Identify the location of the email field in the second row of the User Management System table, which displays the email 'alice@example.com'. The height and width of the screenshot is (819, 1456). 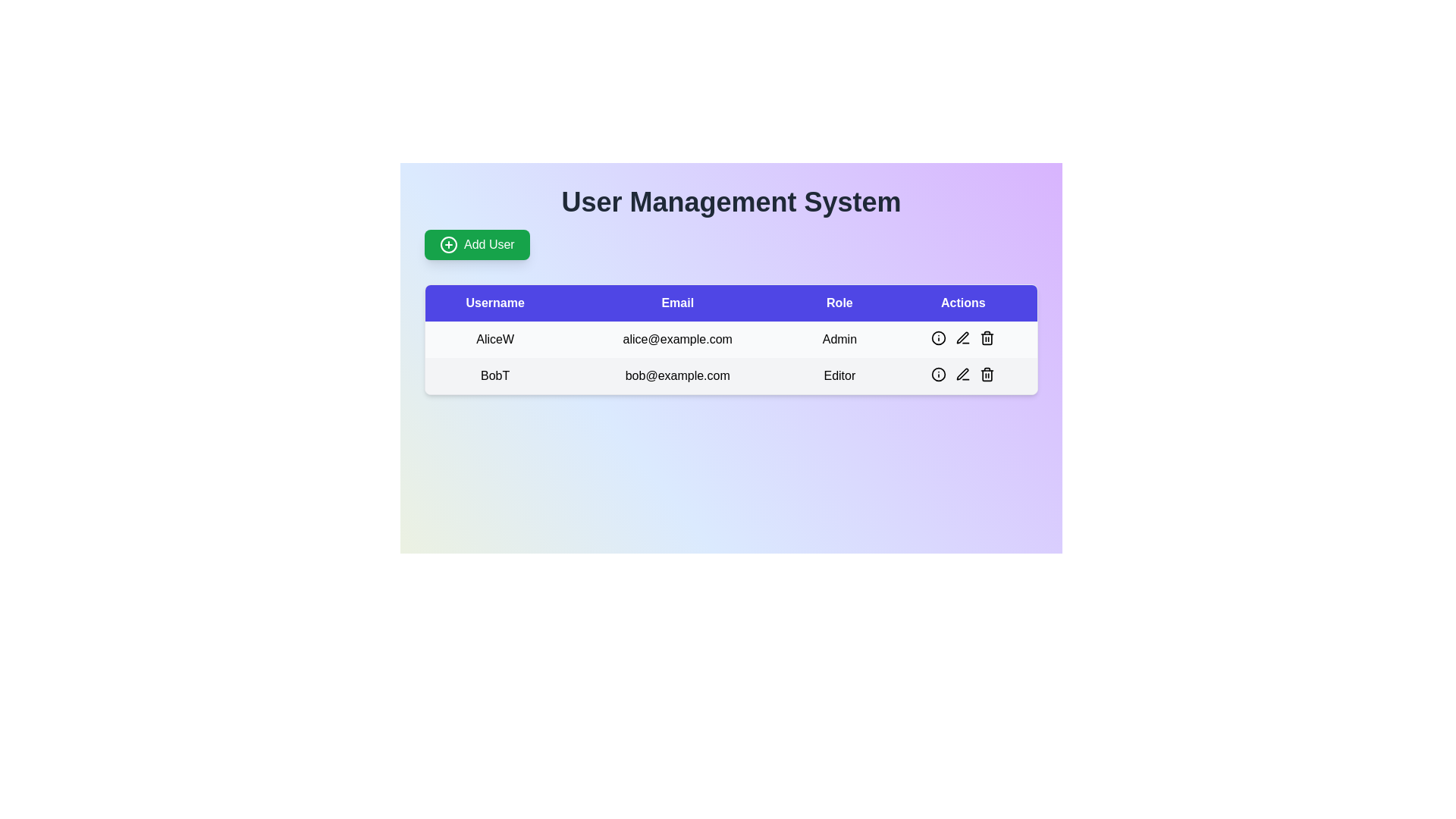
(731, 357).